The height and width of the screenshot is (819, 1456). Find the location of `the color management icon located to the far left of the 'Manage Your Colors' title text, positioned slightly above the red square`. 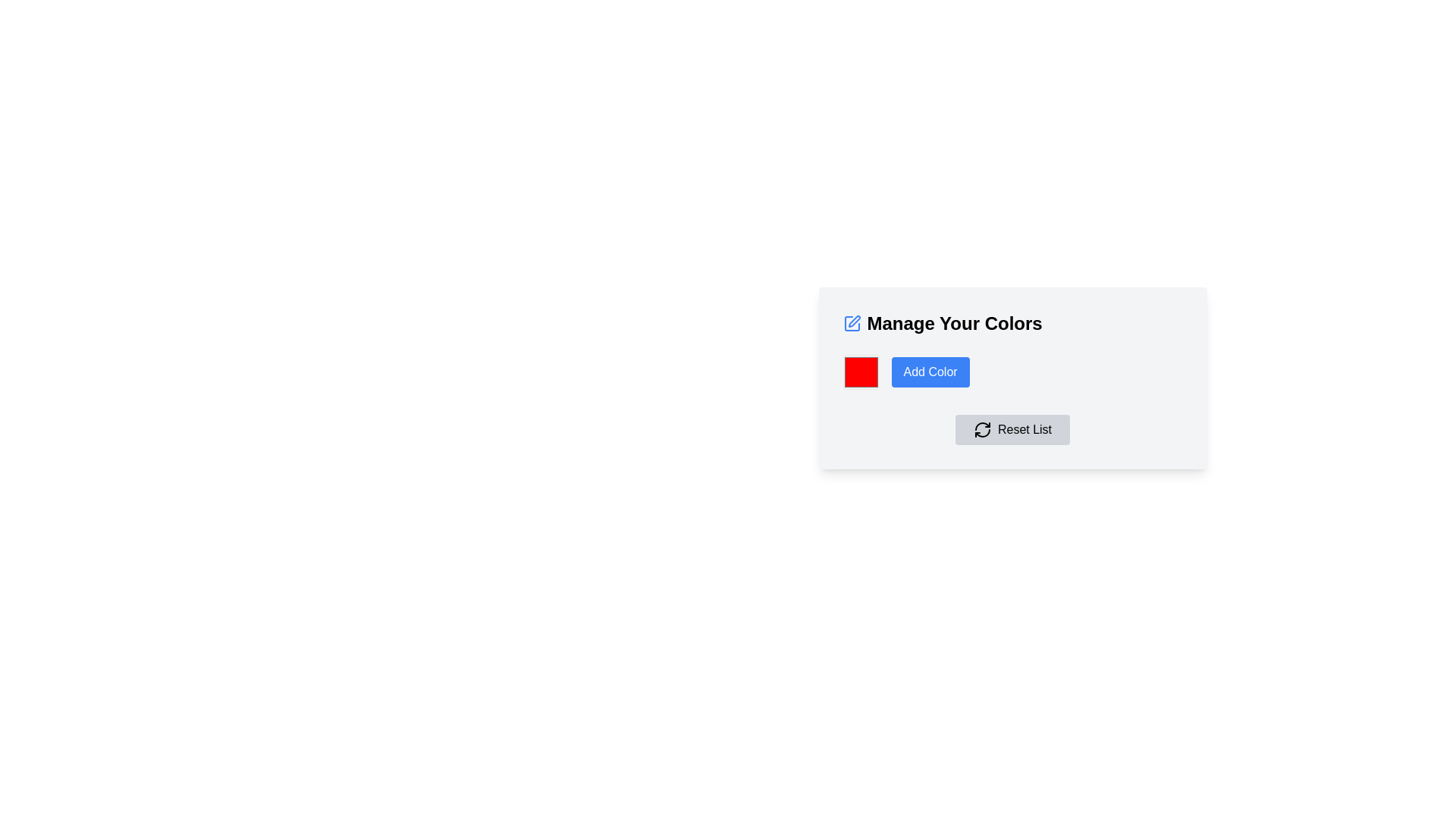

the color management icon located to the far left of the 'Manage Your Colors' title text, positioned slightly above the red square is located at coordinates (852, 323).